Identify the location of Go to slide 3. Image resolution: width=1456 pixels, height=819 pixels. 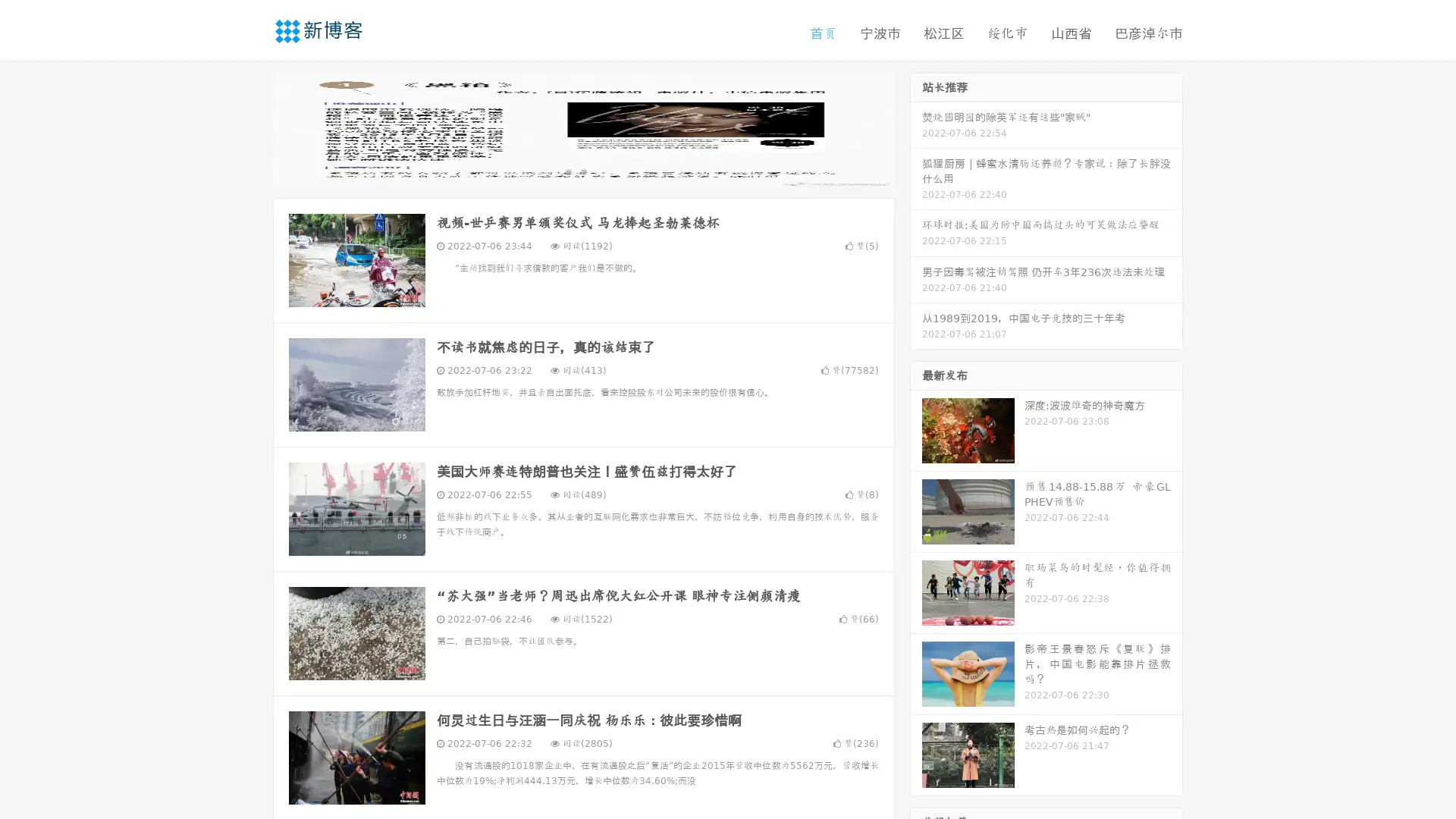
(598, 171).